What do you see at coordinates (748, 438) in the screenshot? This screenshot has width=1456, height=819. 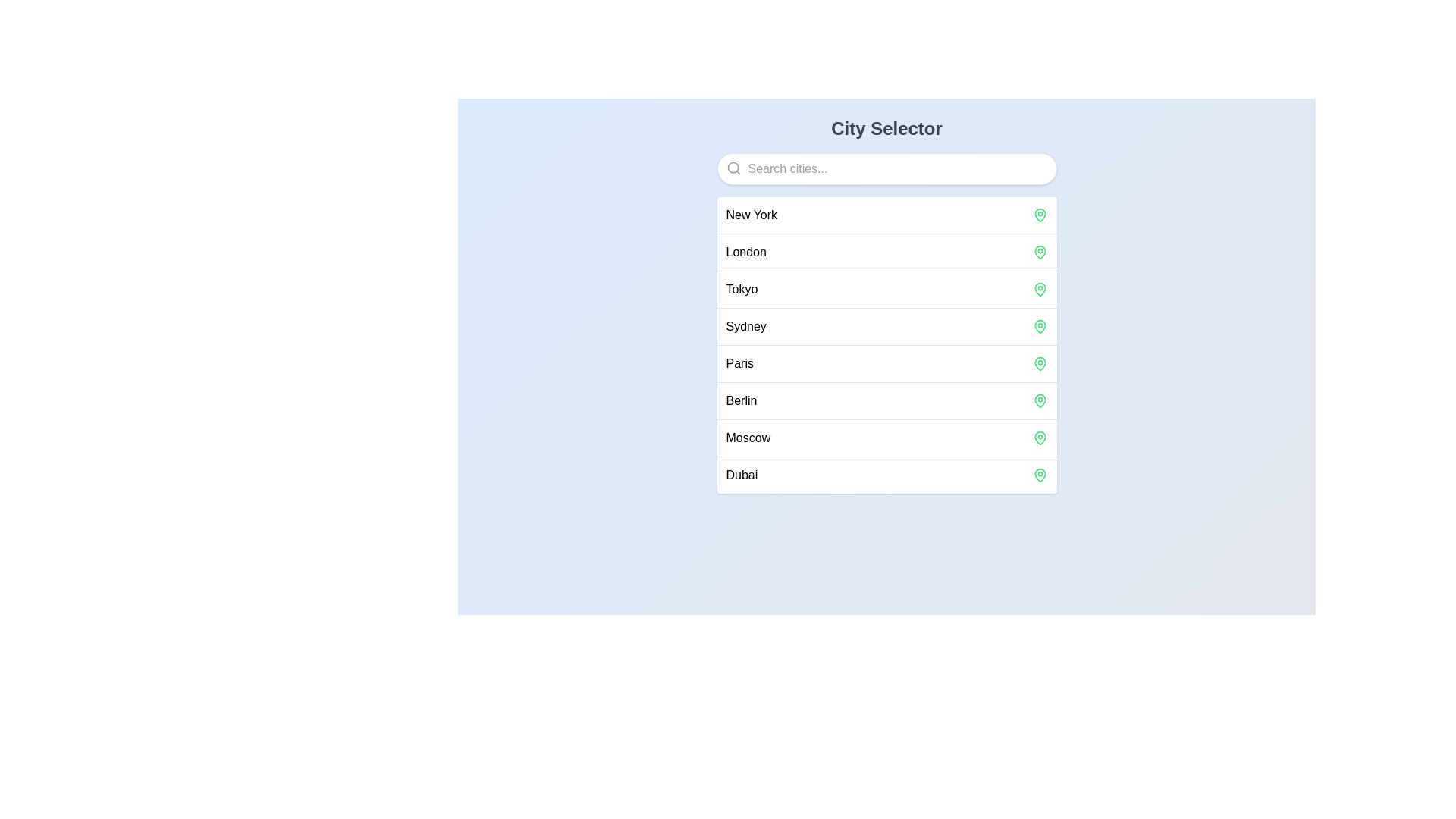 I see `the text label displaying 'Moscow' in the city selector dropdown menu, which is the seventh item in the list` at bounding box center [748, 438].